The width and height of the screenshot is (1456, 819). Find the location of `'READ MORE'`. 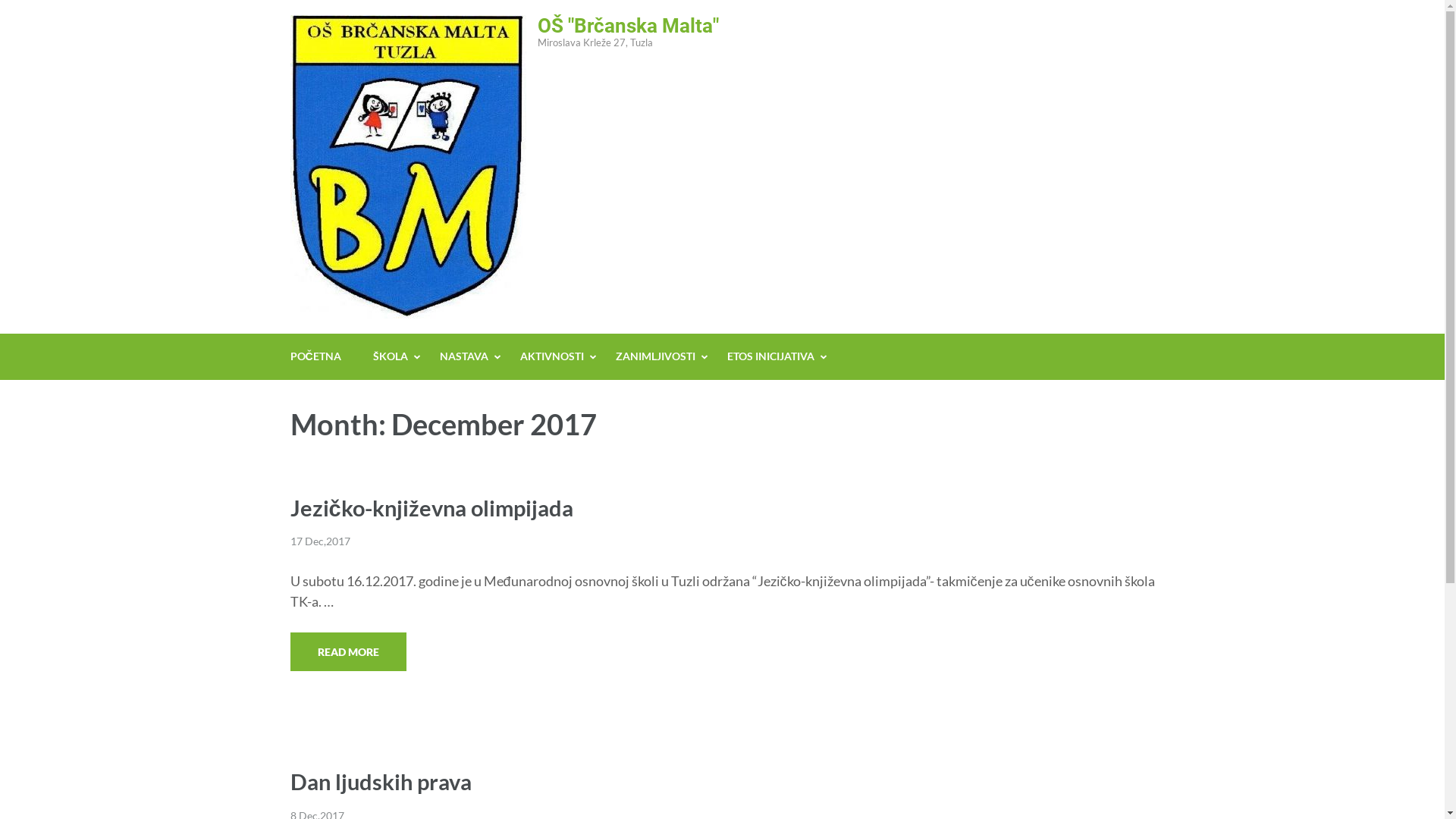

'READ MORE' is located at coordinates (347, 651).